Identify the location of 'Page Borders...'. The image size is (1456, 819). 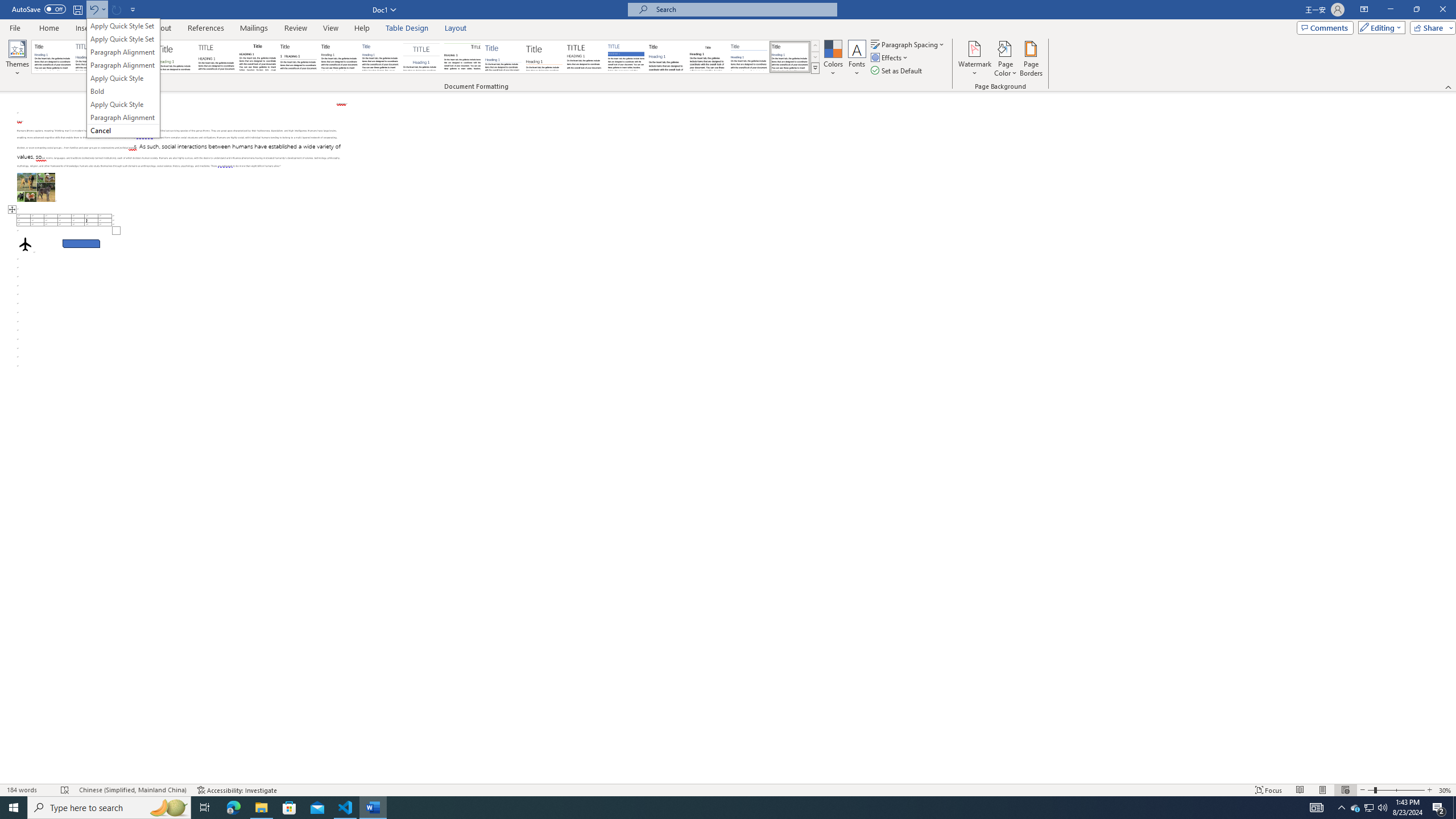
(1031, 59).